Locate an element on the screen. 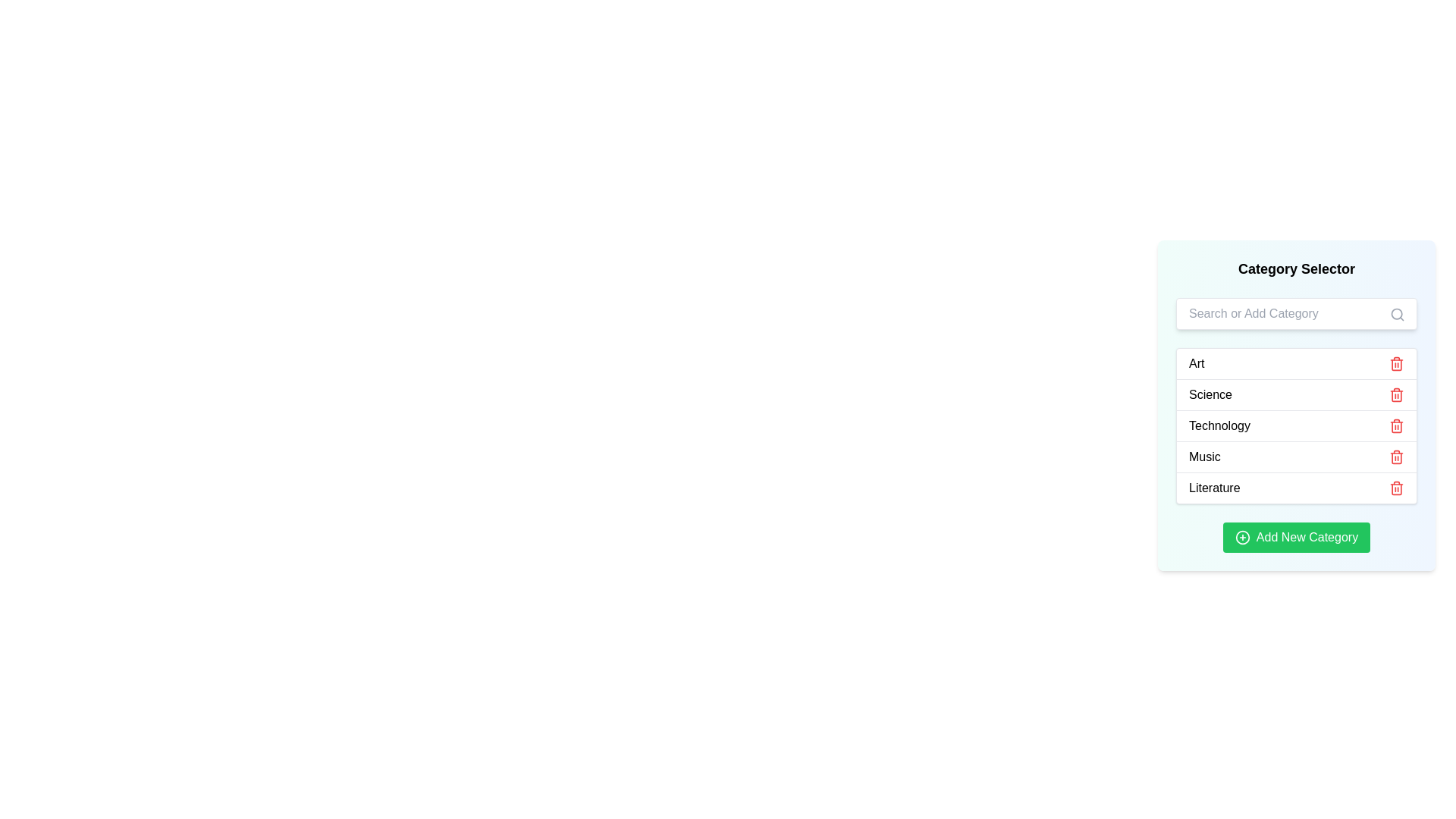  the 'Music' category item in the fourth row of the Category Selector list, which includes a red trash icon on the right is located at coordinates (1295, 456).